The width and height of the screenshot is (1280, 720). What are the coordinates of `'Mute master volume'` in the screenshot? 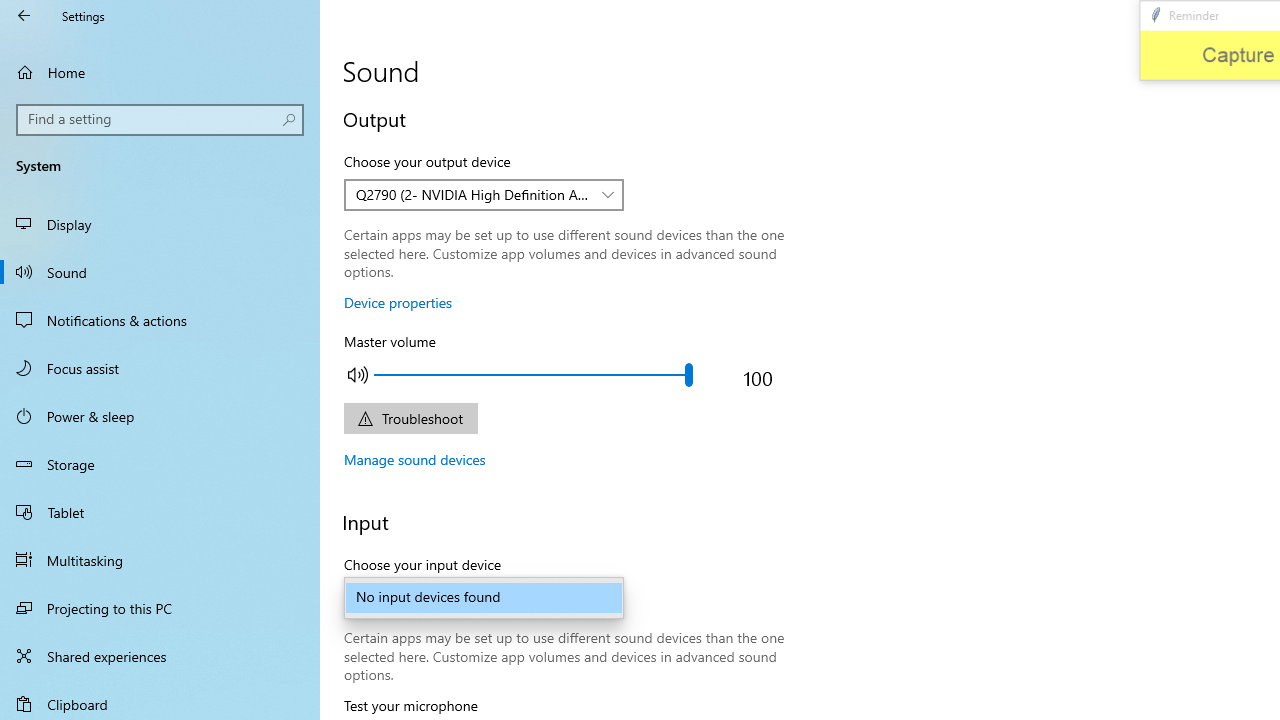 It's located at (358, 374).